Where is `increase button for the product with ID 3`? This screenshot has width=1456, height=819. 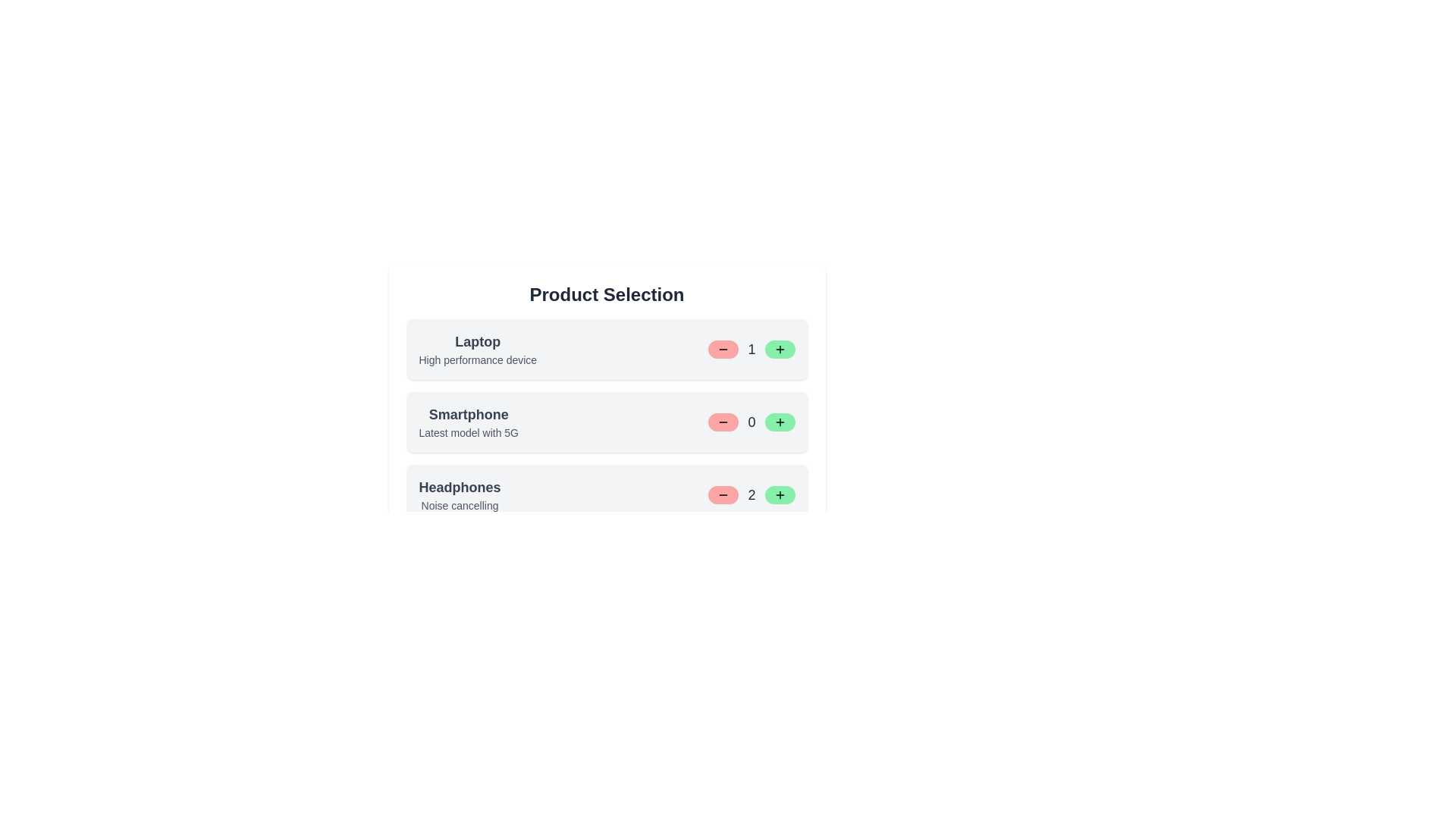
increase button for the product with ID 3 is located at coordinates (780, 494).